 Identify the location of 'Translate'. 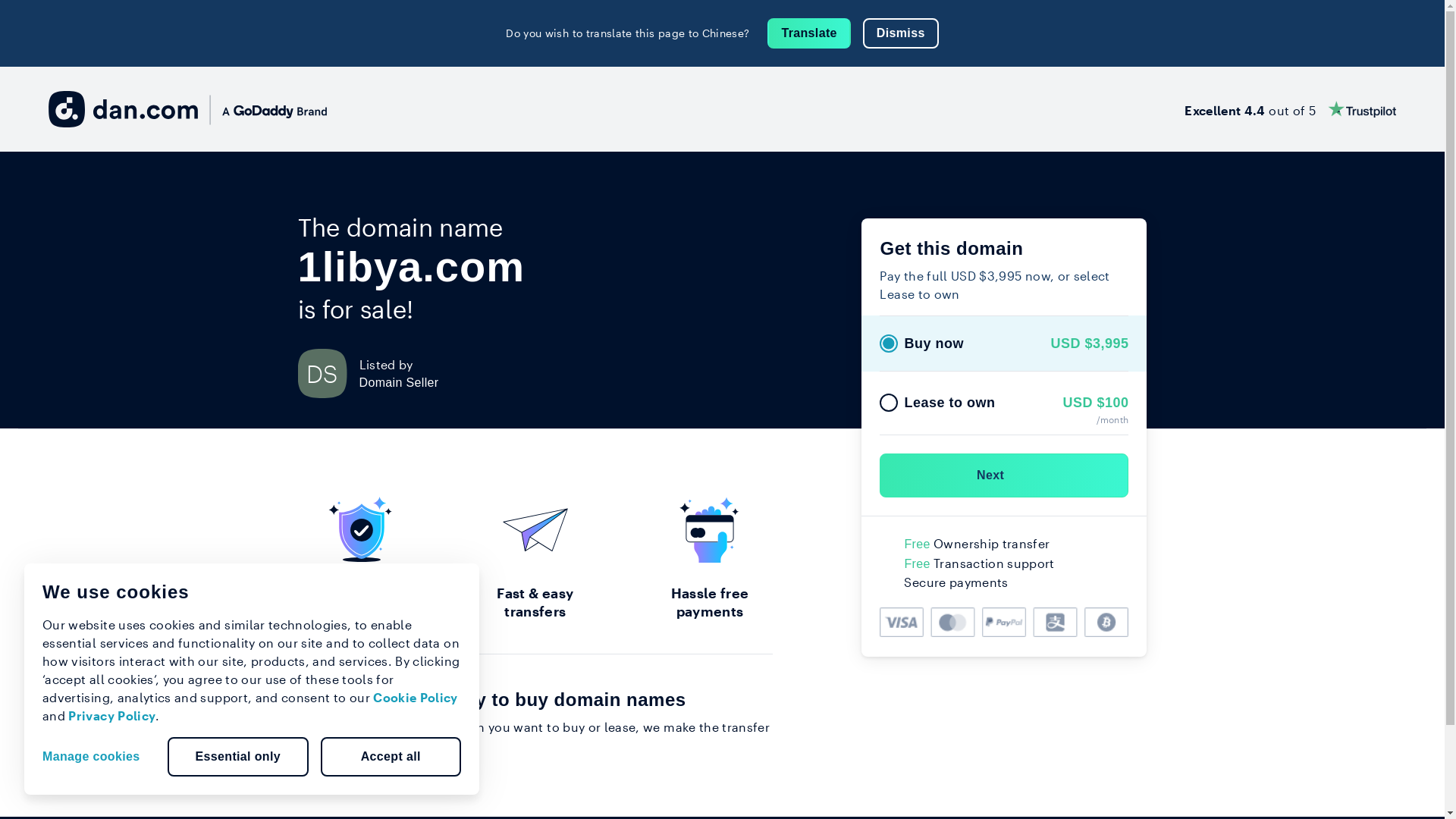
(808, 33).